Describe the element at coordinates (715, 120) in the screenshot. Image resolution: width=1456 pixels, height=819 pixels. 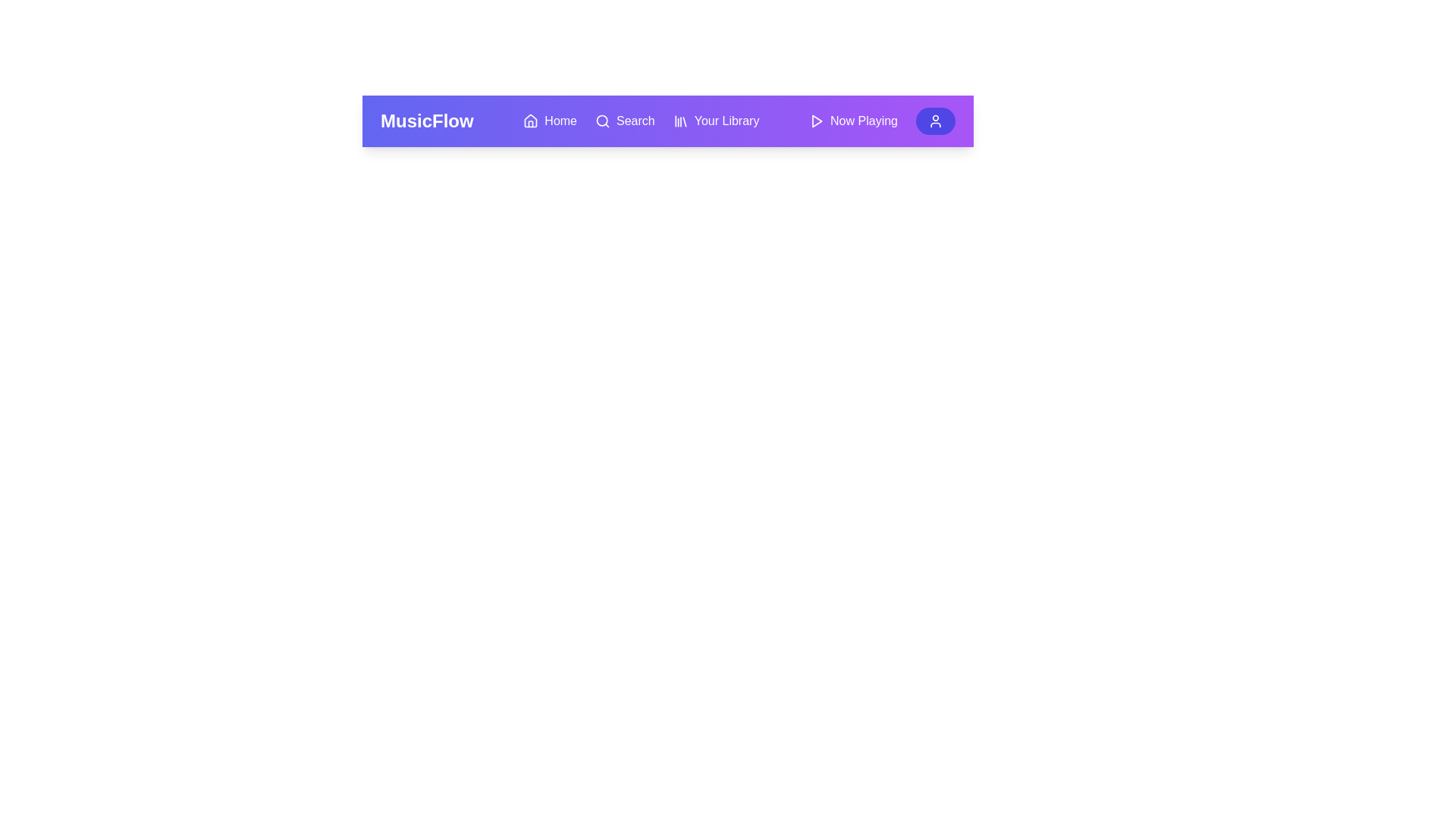
I see `the Your Library button to observe its hover effect` at that location.